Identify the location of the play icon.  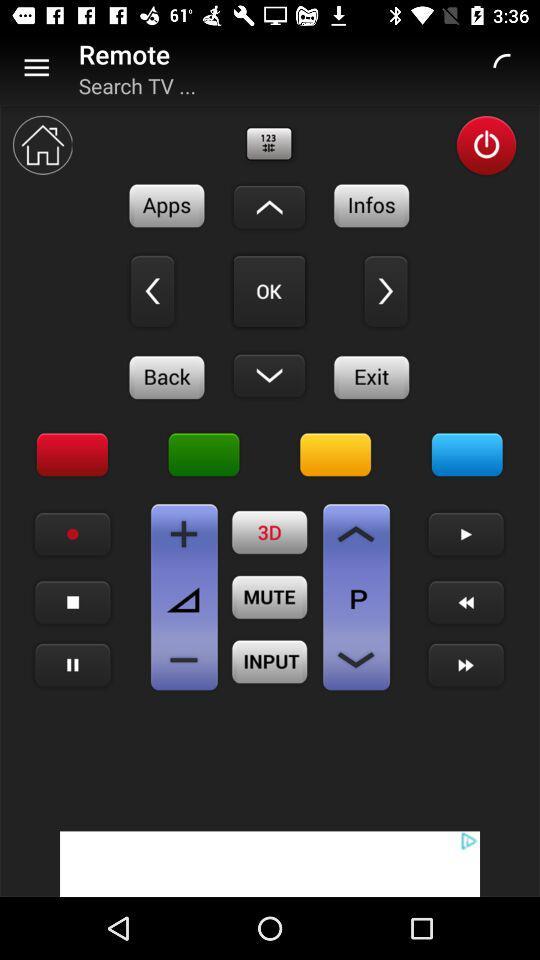
(466, 533).